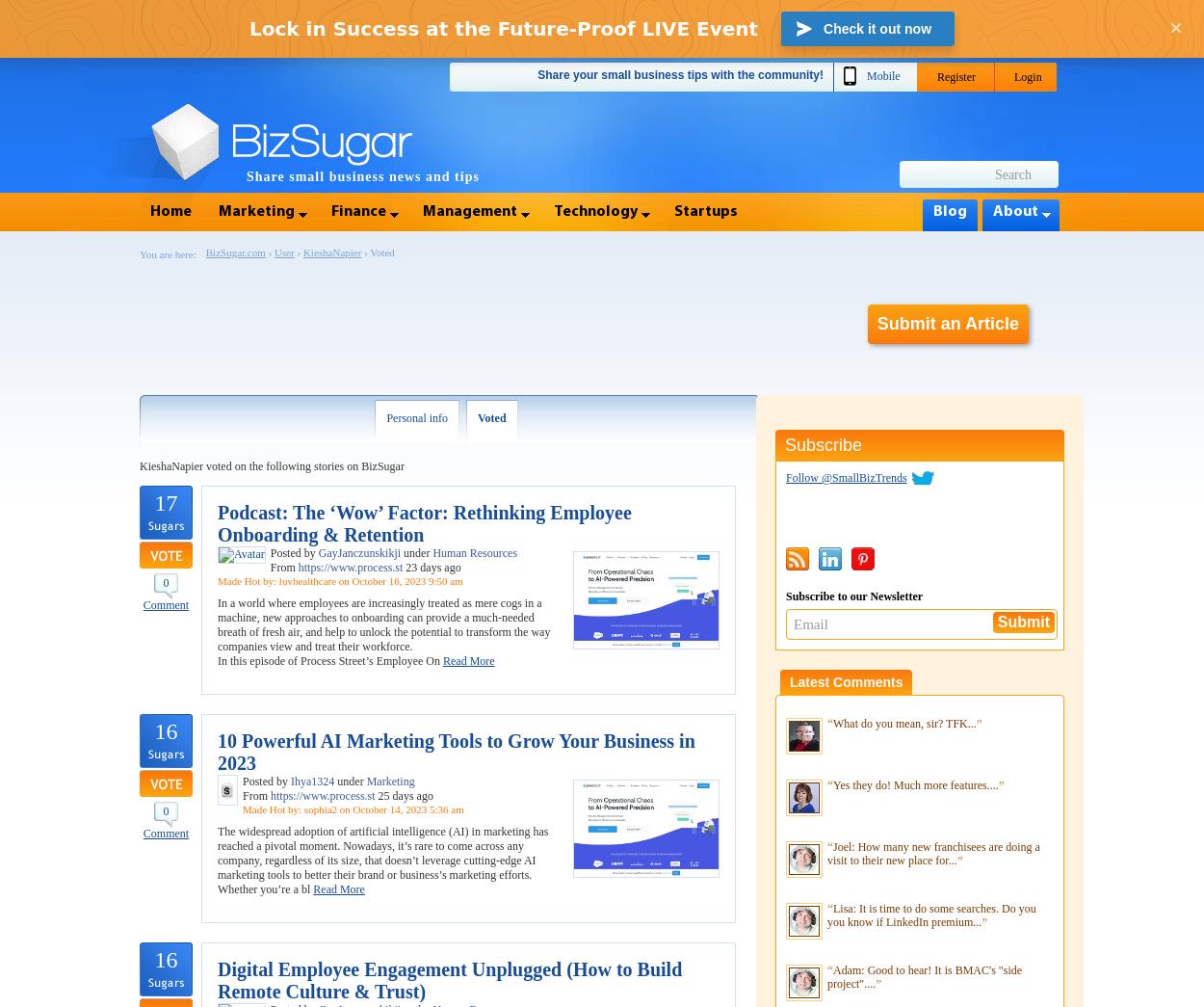 This screenshot has height=1007, width=1204. What do you see at coordinates (491, 417) in the screenshot?
I see `'Voted'` at bounding box center [491, 417].